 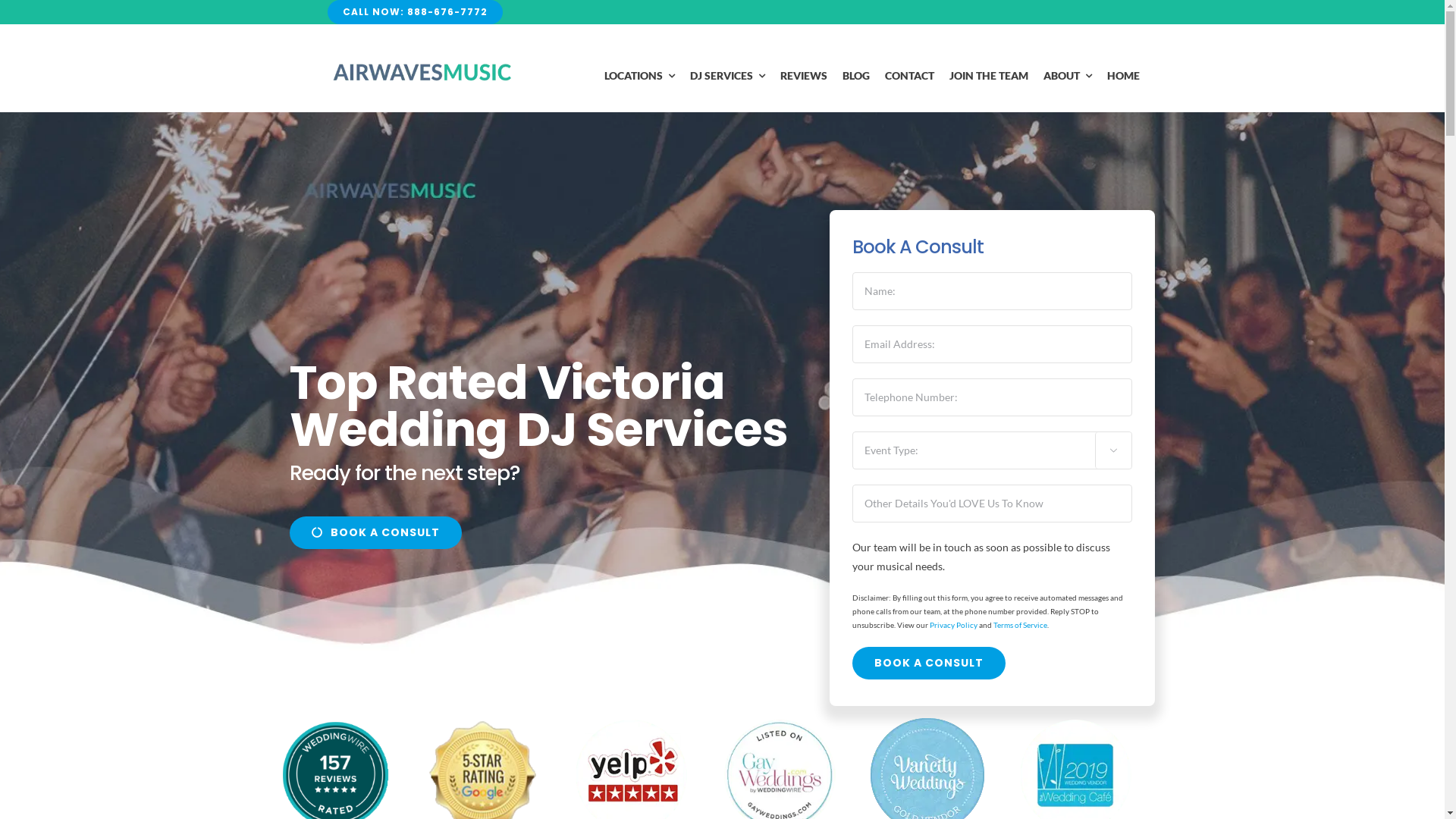 What do you see at coordinates (989, 76) in the screenshot?
I see `'JOIN THE TEAM'` at bounding box center [989, 76].